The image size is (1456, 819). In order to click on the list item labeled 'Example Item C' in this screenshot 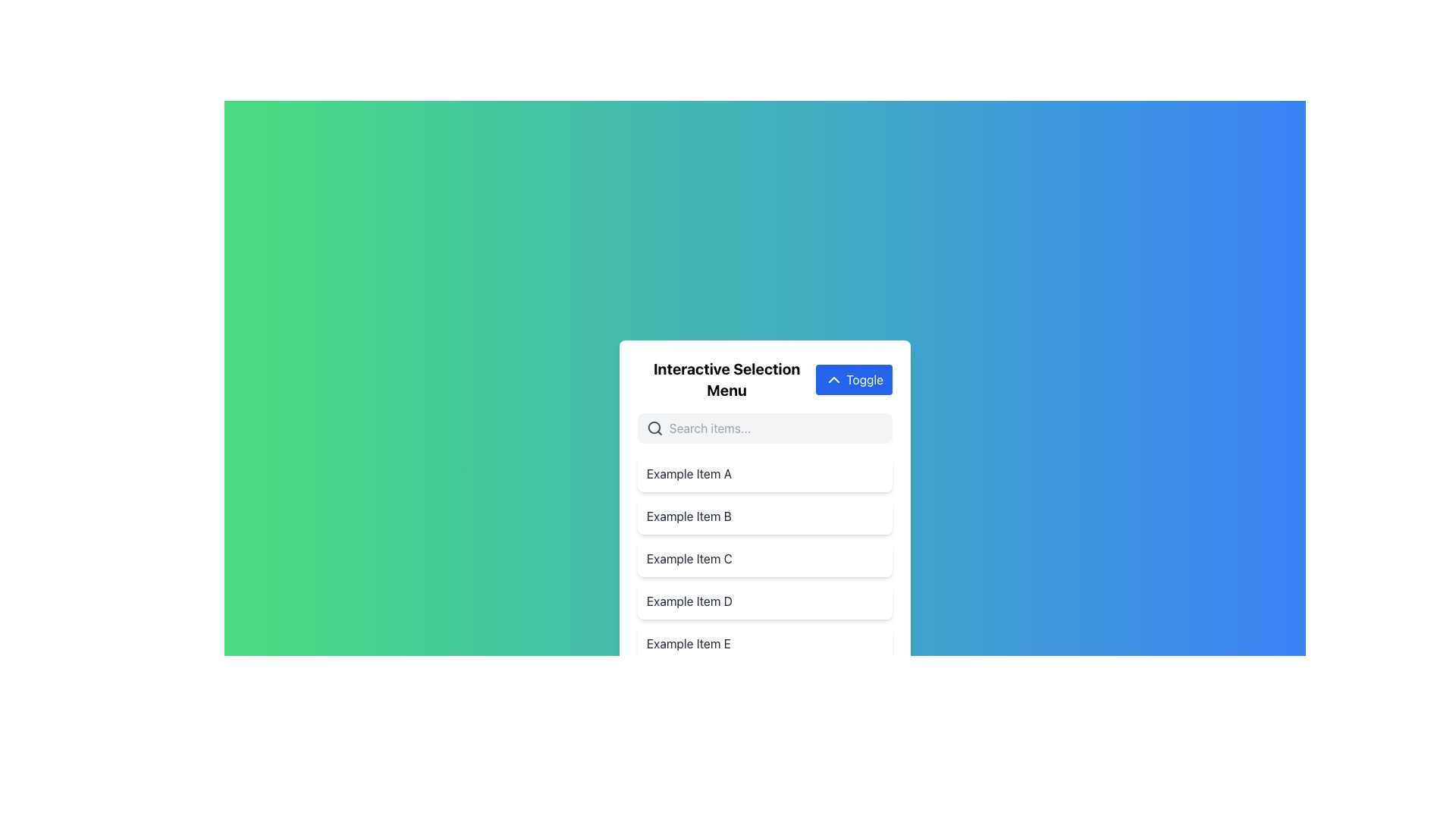, I will do `click(764, 558)`.